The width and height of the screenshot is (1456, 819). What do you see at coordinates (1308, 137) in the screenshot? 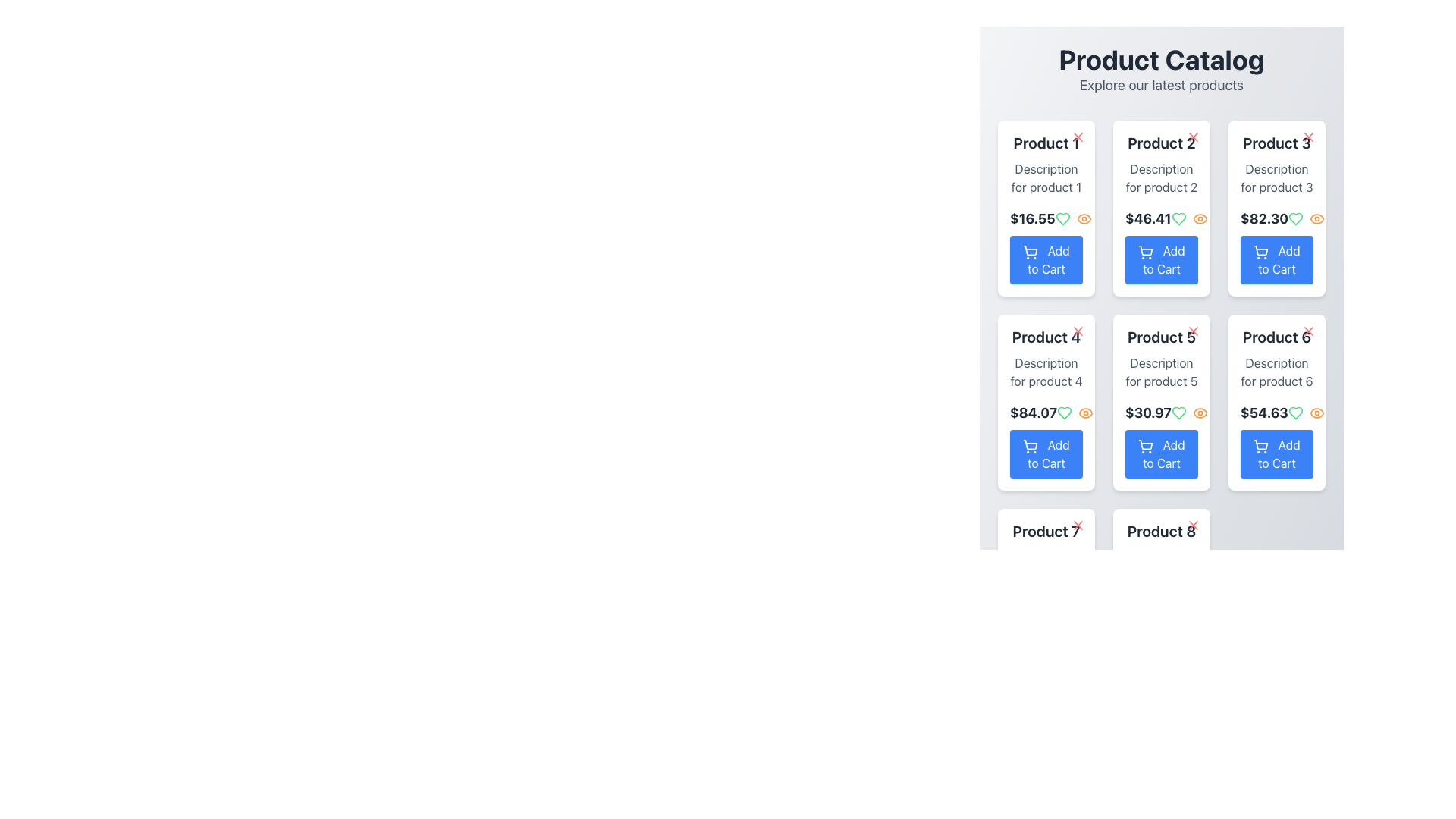
I see `the 'X' close button on the 'Product 3' card in the 'Product Catalog' to change its appearance` at bounding box center [1308, 137].